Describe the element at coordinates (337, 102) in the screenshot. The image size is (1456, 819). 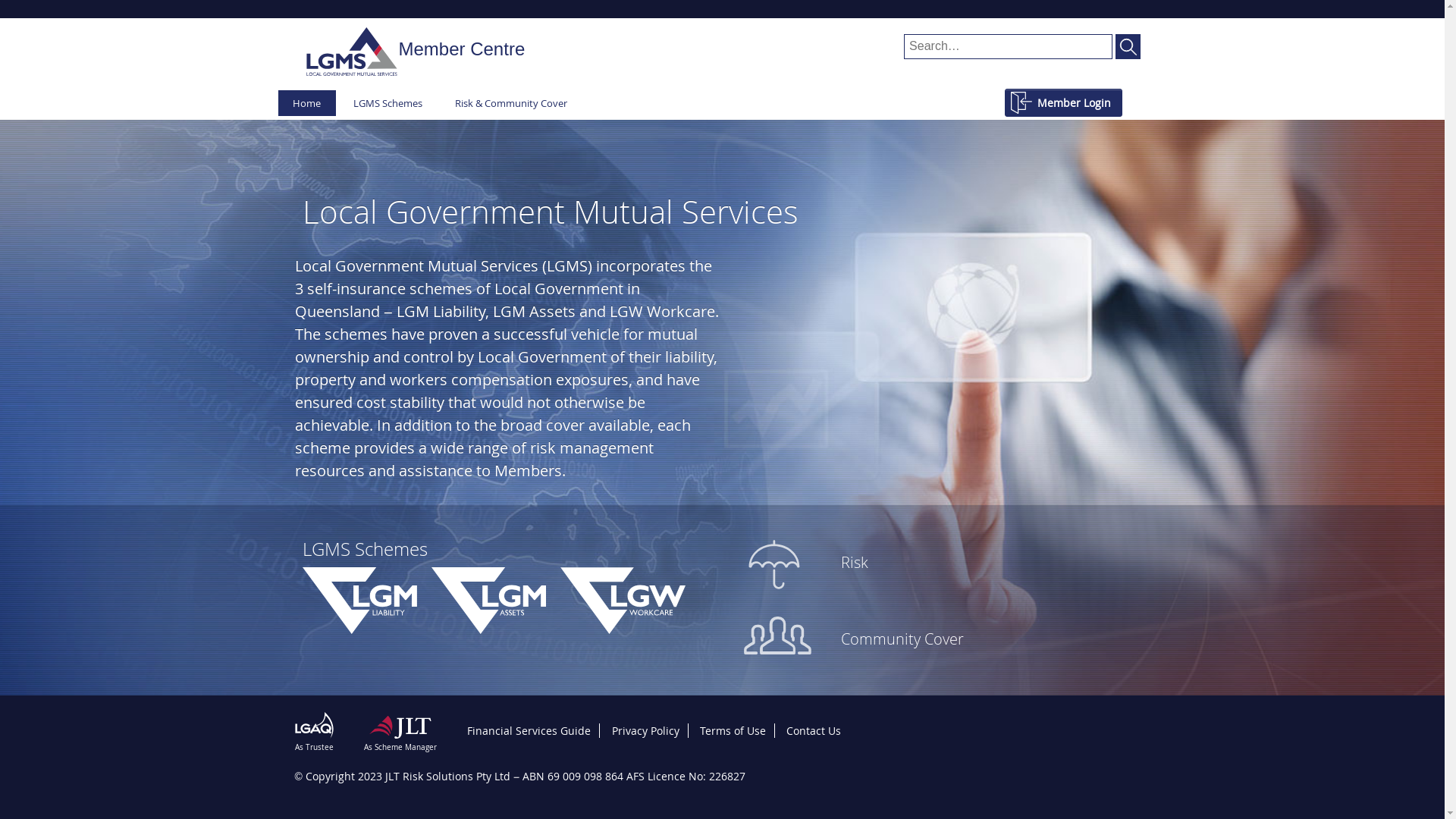
I see `'LGMS Schemes'` at that location.